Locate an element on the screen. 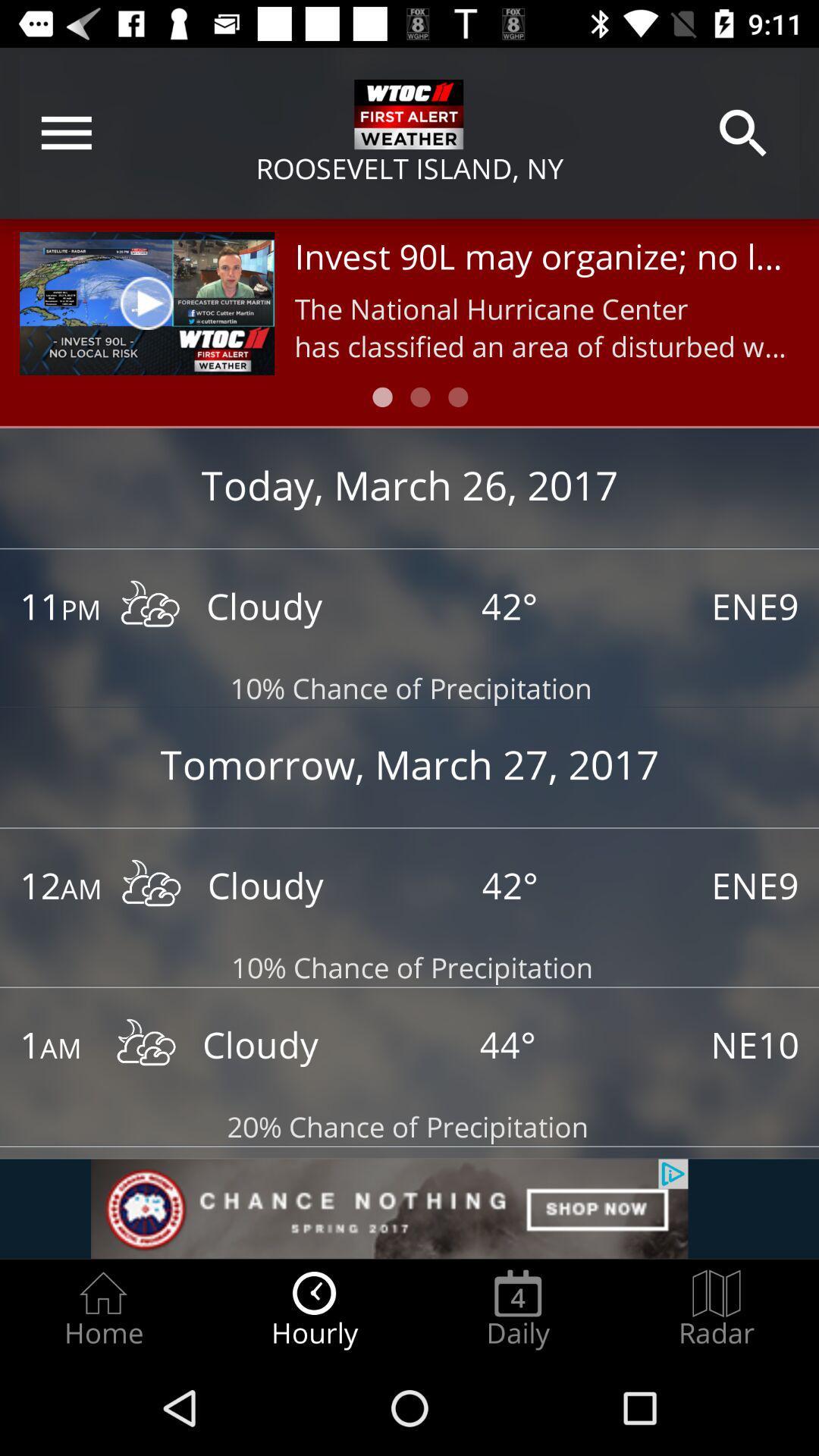  daily is located at coordinates (517, 1309).